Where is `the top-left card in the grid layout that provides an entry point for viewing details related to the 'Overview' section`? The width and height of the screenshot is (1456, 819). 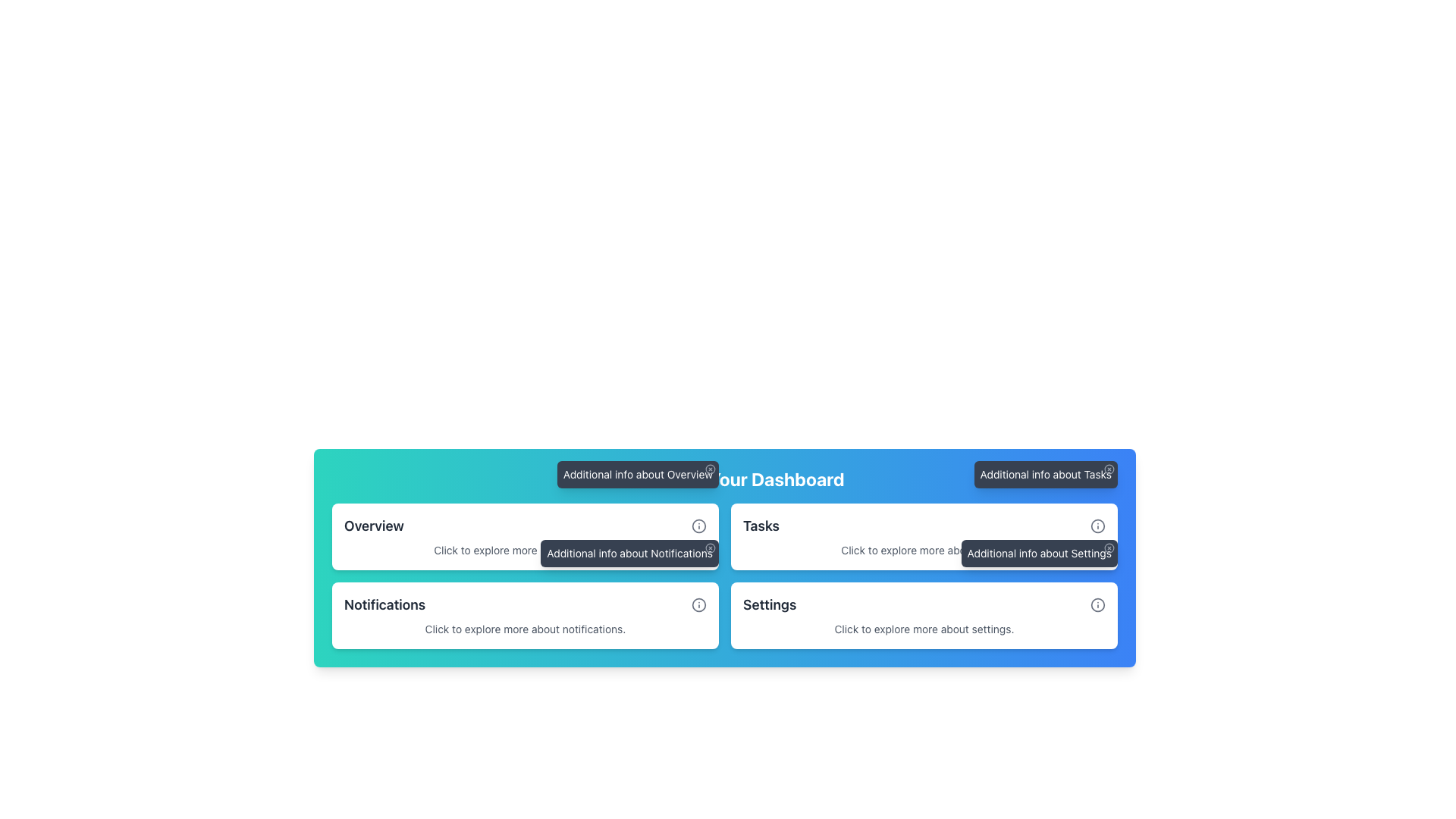
the top-left card in the grid layout that provides an entry point for viewing details related to the 'Overview' section is located at coordinates (525, 536).